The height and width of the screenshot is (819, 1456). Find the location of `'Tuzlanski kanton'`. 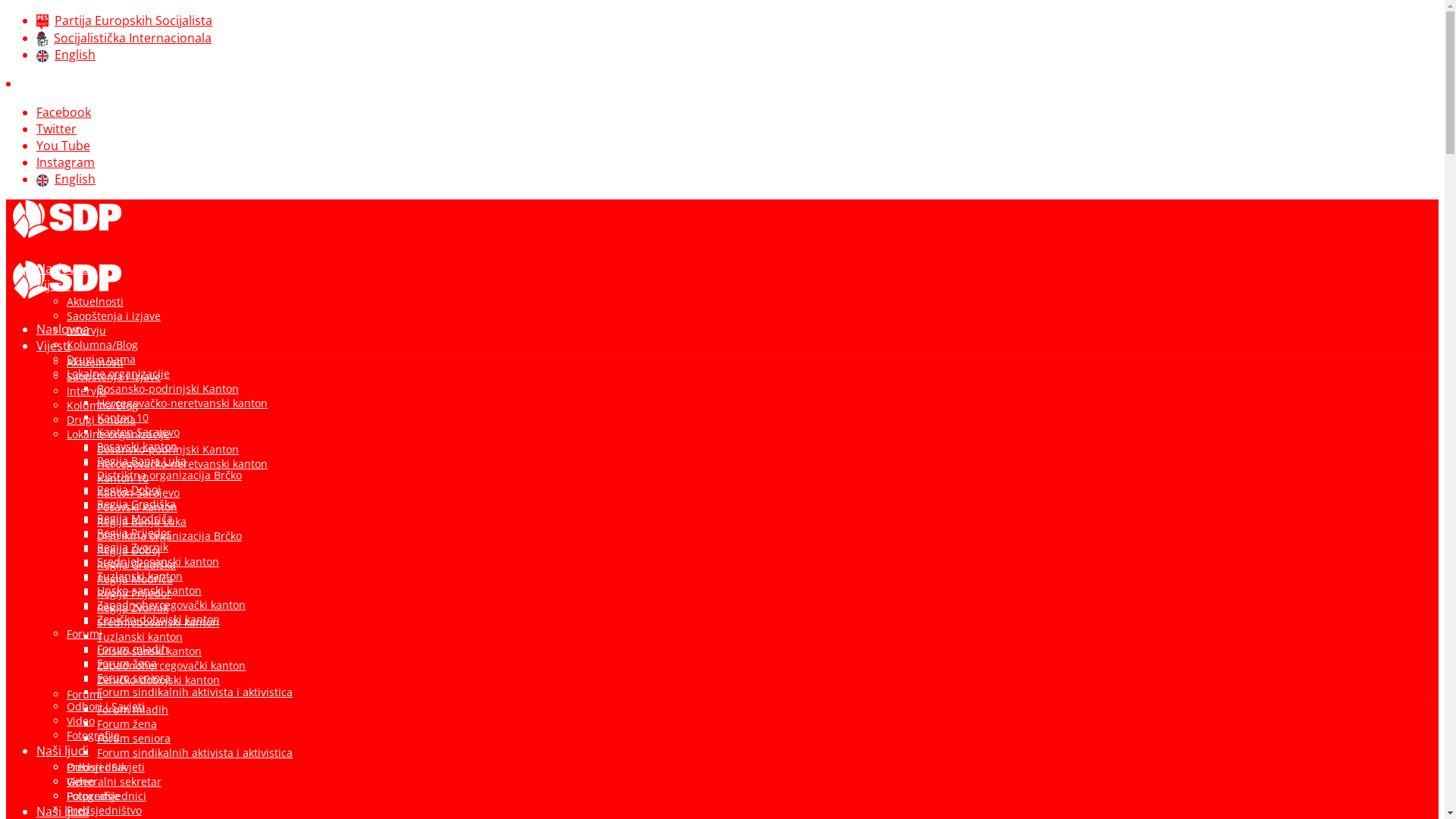

'Tuzlanski kanton' is located at coordinates (140, 636).